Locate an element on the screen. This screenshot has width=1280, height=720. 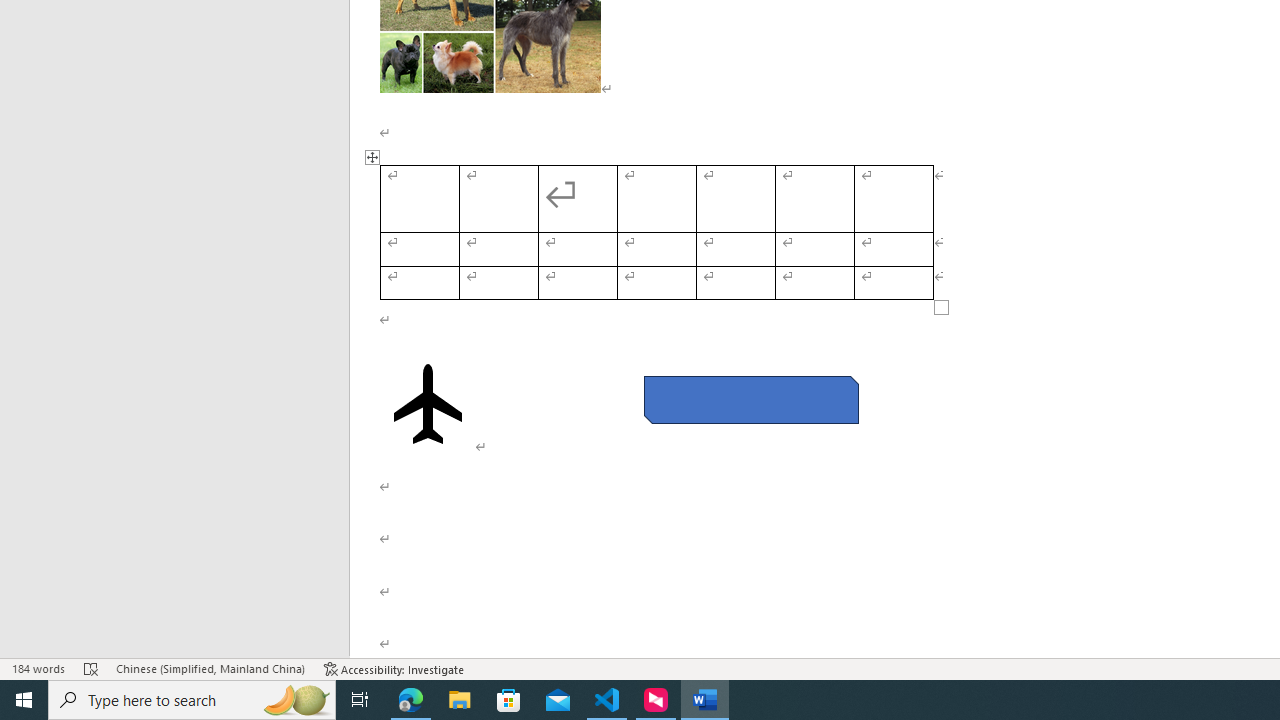
'Word - 1 running window' is located at coordinates (705, 698).